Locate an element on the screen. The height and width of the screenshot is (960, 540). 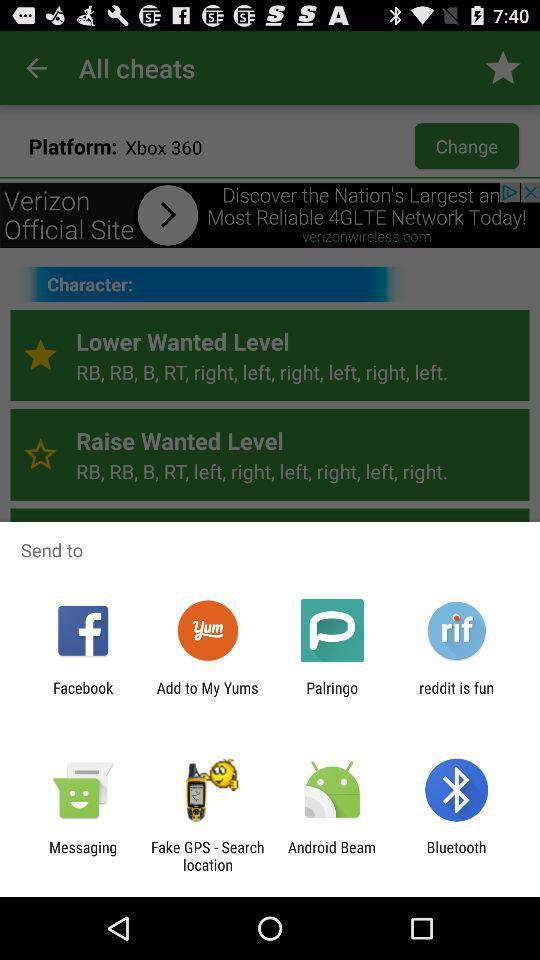
the app to the right of add to my is located at coordinates (332, 696).